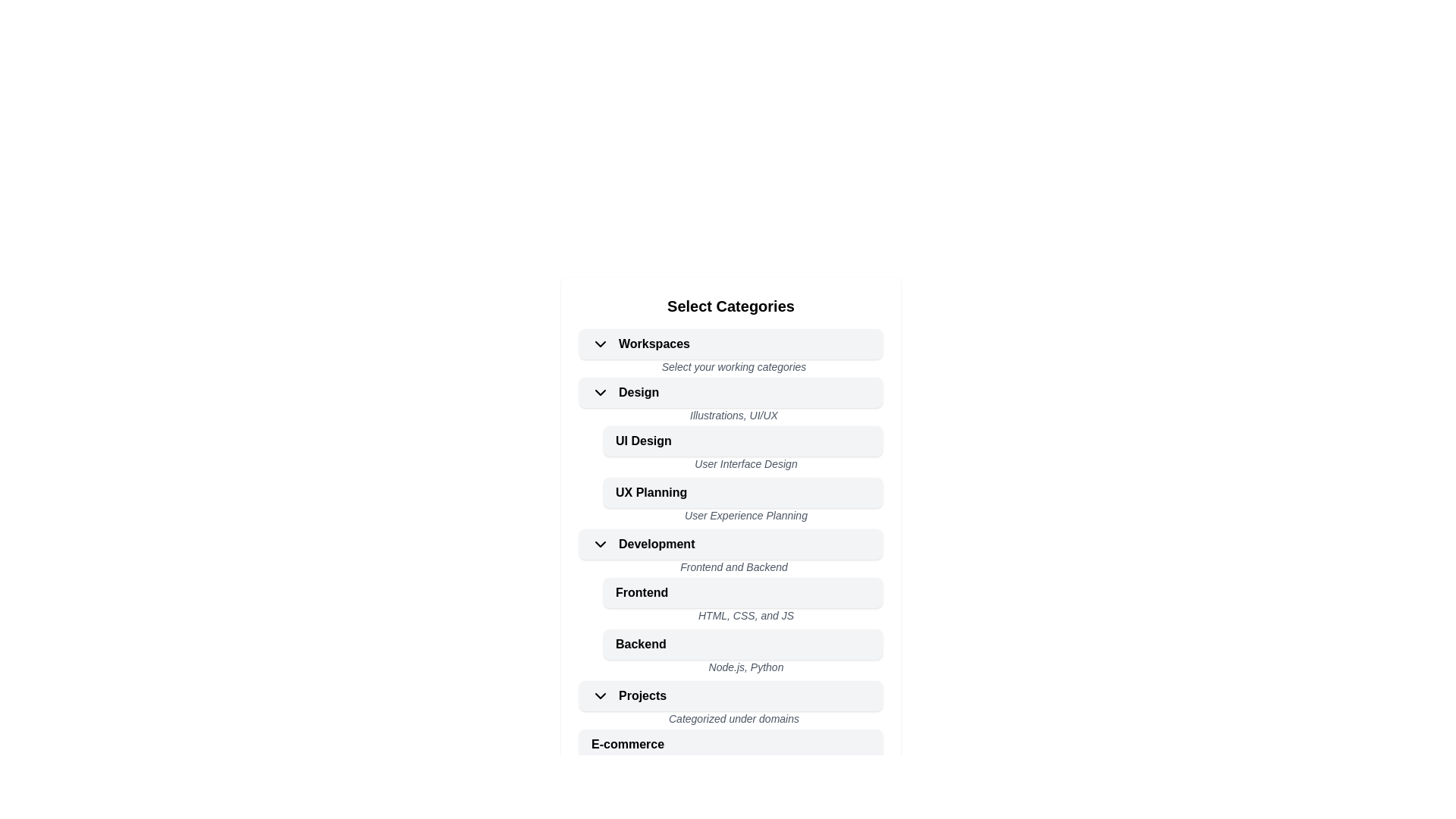 This screenshot has height=819, width=1456. I want to click on the bolded text label displaying 'Workspaces', which is positioned near the top of a vertical list of categories, to the right of a dropdown indicator and aligned with the 'Select Categories' header above, so click(654, 344).